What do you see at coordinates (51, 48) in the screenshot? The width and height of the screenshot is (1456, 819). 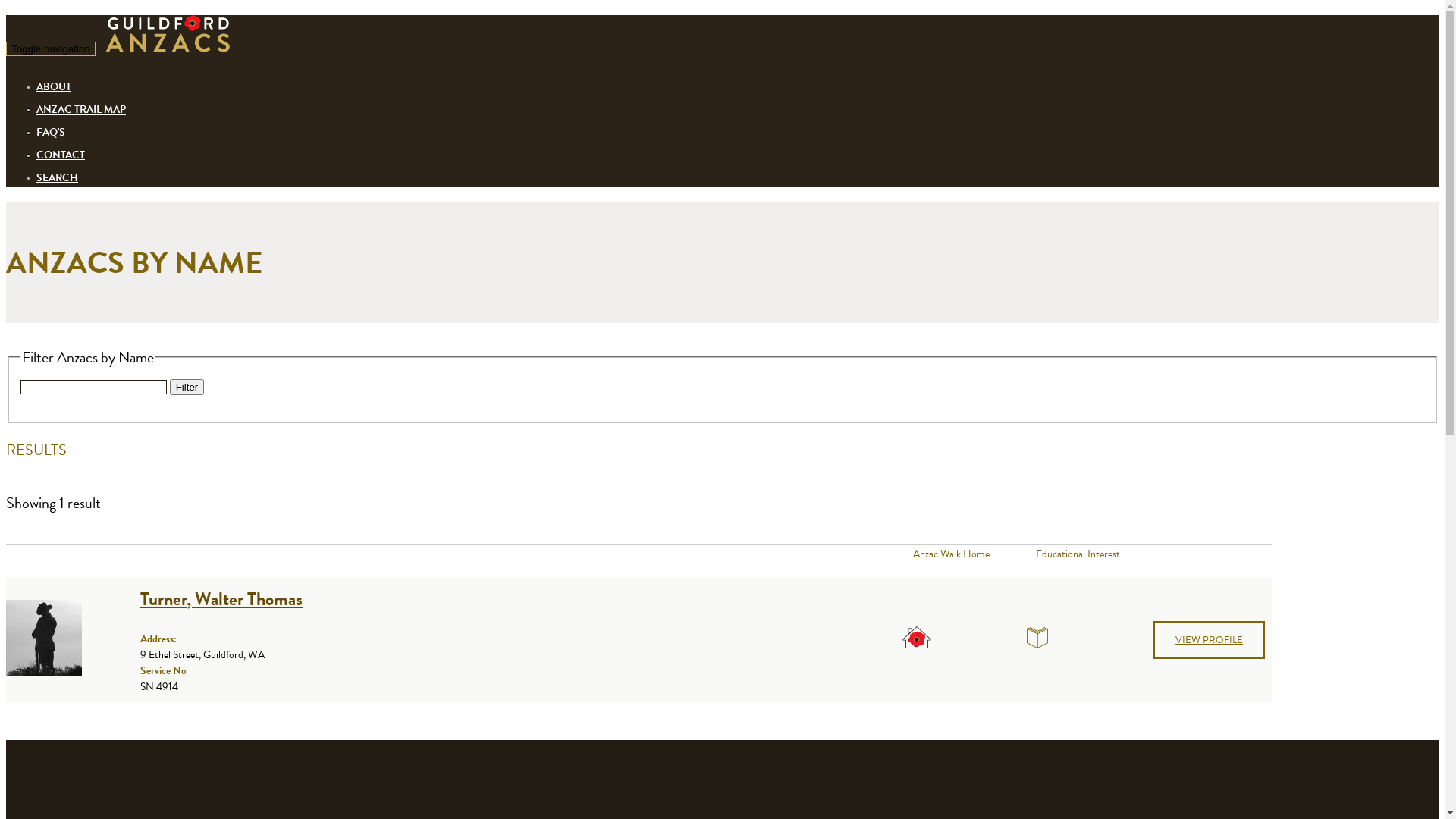 I see `'Toggle navigation'` at bounding box center [51, 48].